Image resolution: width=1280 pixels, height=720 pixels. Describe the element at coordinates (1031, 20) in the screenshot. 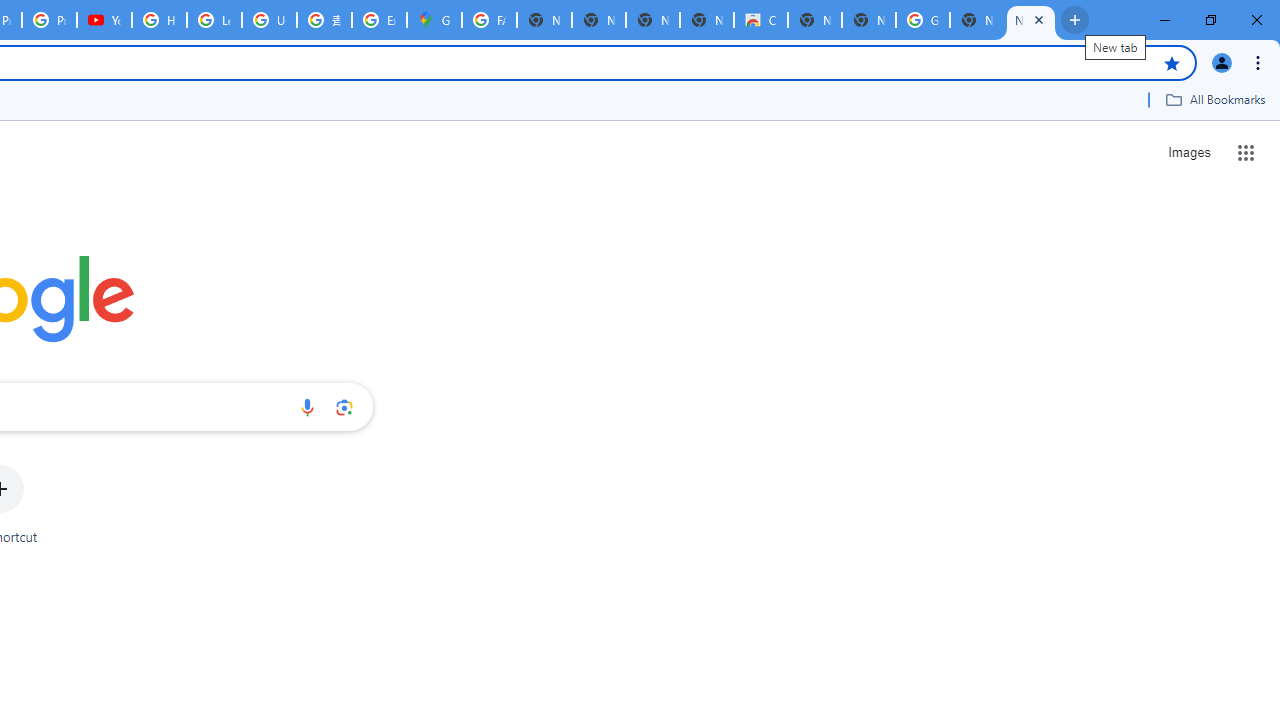

I see `'New Tab'` at that location.